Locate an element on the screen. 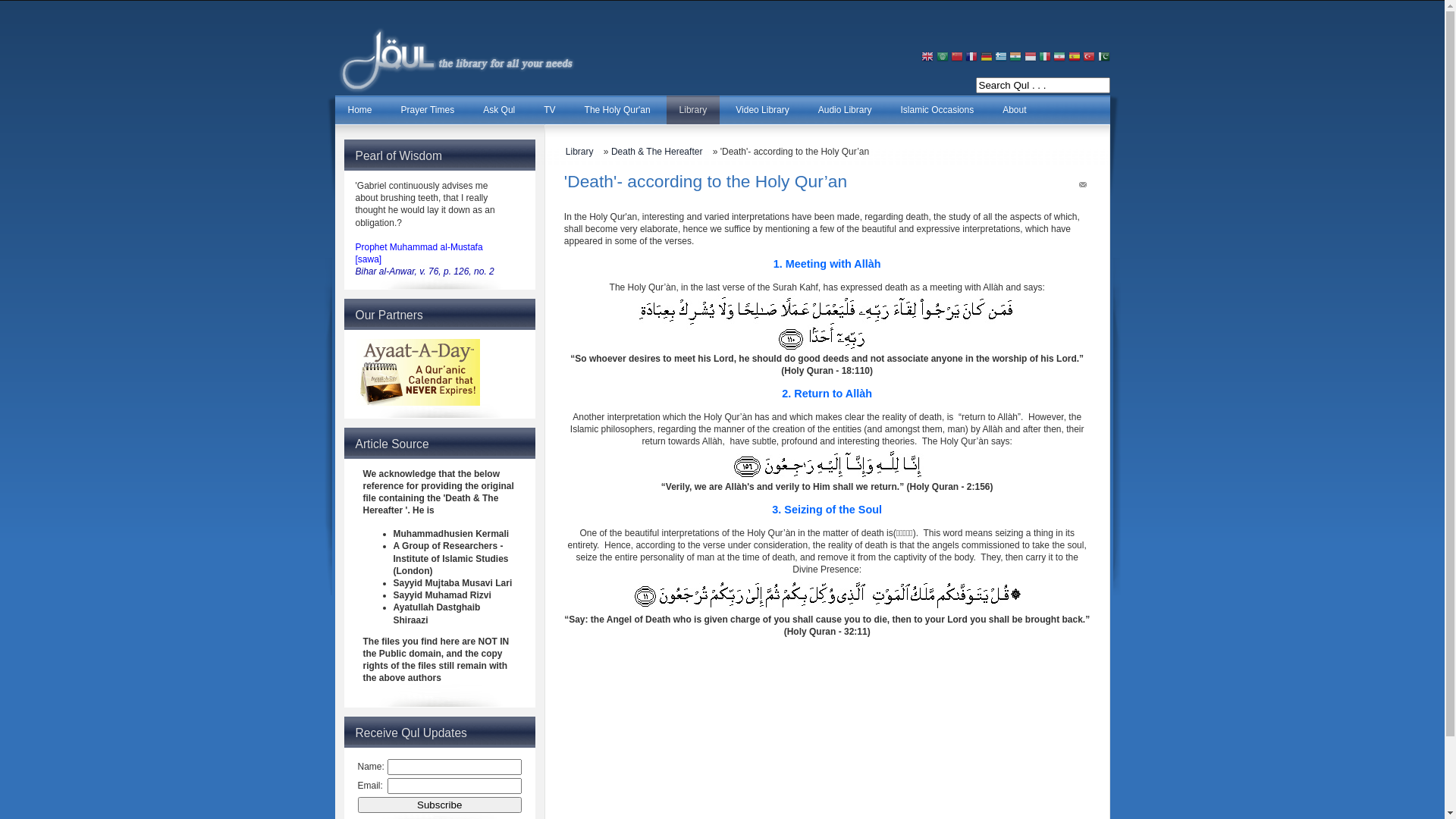  'Home' is located at coordinates (359, 109).